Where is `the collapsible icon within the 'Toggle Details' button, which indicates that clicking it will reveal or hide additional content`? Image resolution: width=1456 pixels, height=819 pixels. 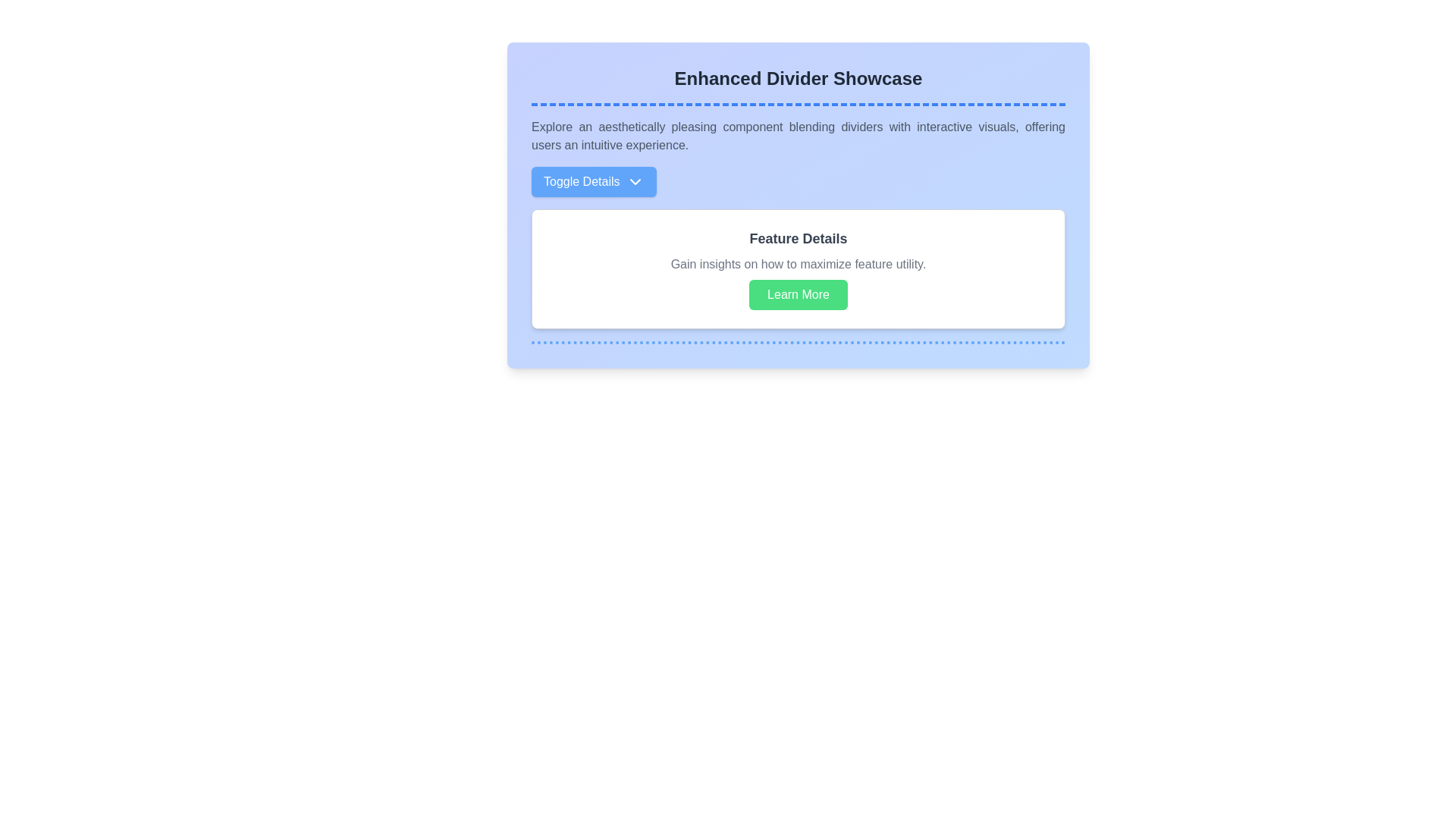 the collapsible icon within the 'Toggle Details' button, which indicates that clicking it will reveal or hide additional content is located at coordinates (635, 180).